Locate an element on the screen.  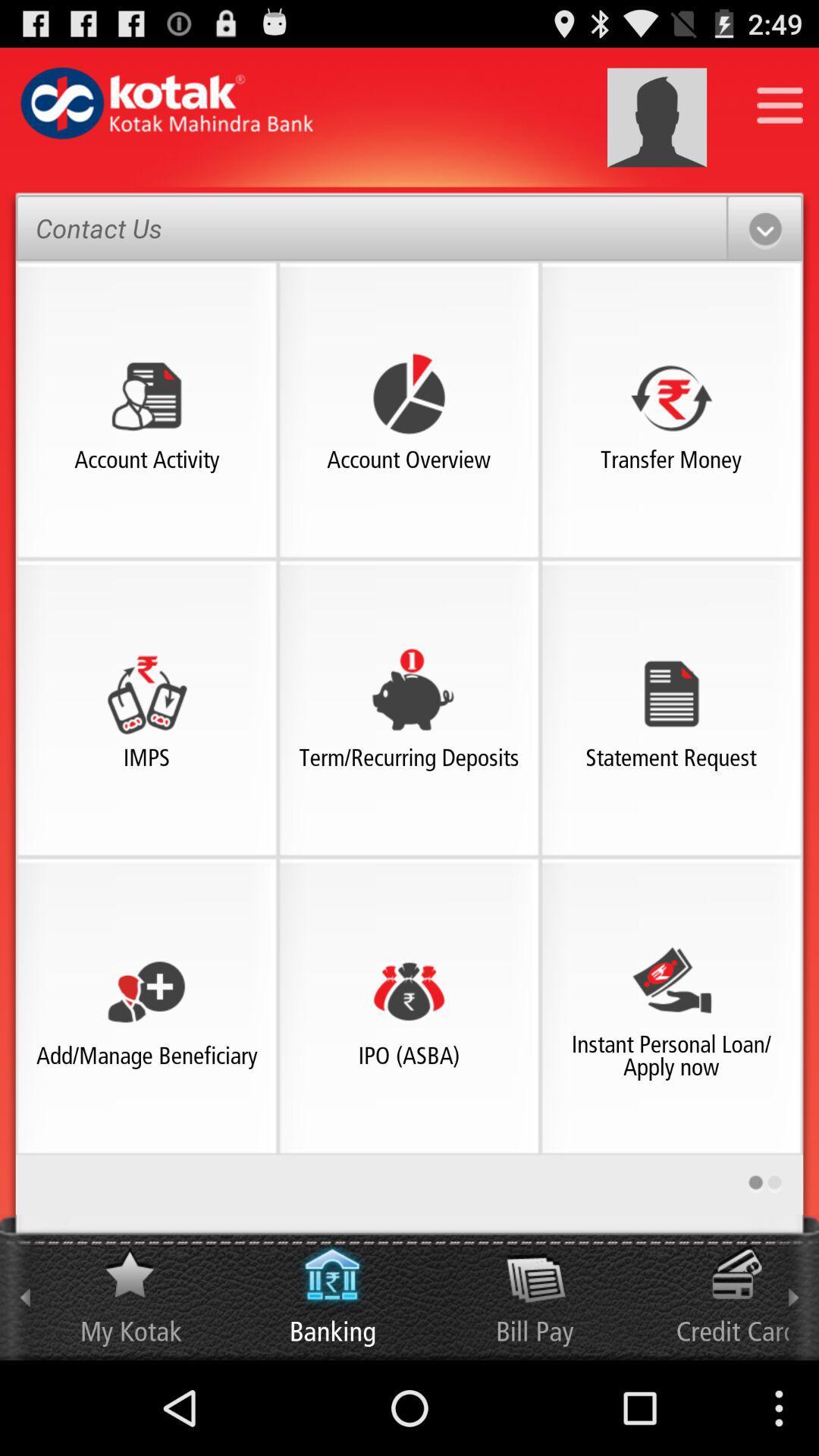
the button under contact us is located at coordinates (146, 395).